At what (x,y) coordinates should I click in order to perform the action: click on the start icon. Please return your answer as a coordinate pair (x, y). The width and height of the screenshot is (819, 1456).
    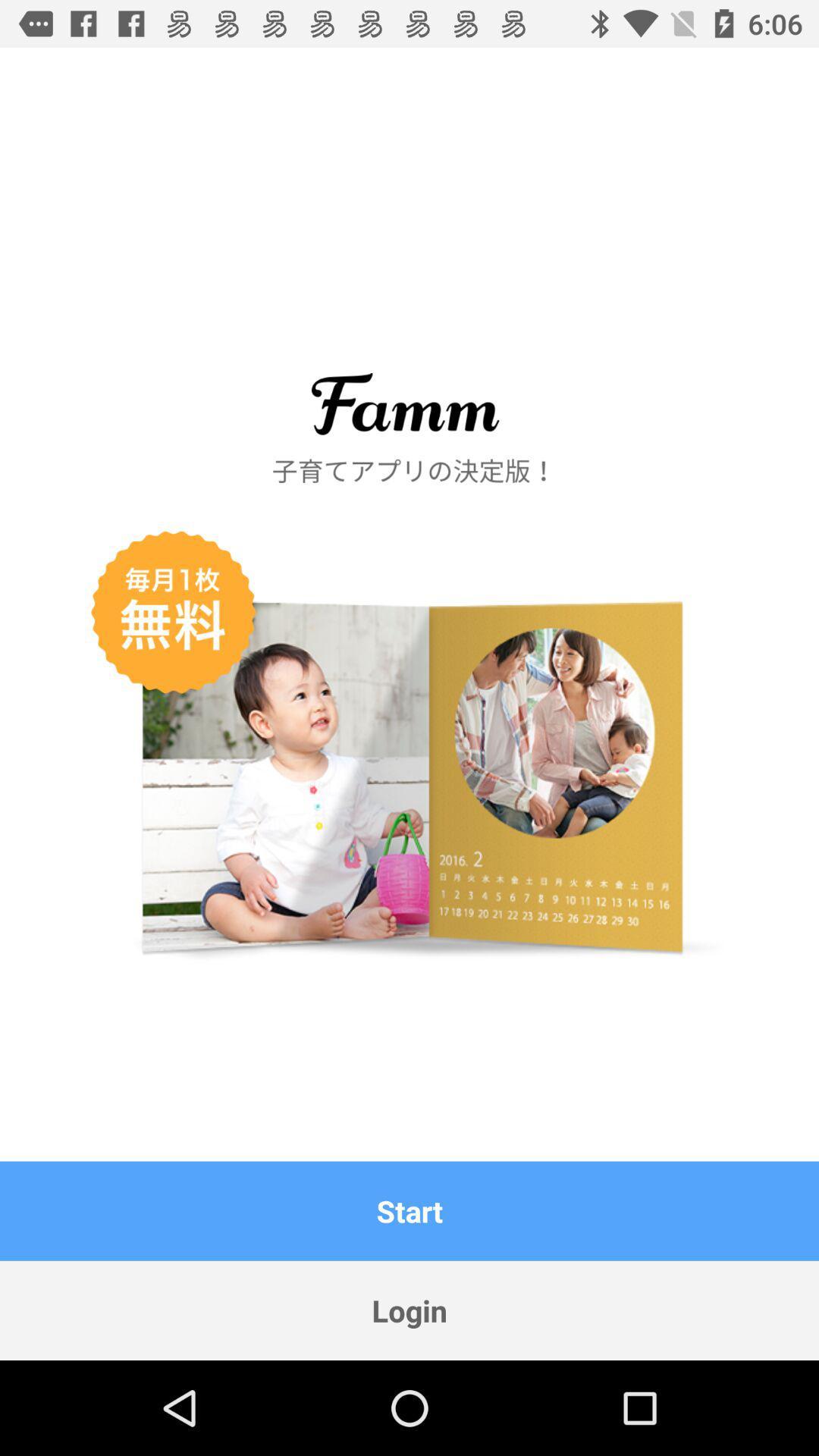
    Looking at the image, I should click on (409, 1210).